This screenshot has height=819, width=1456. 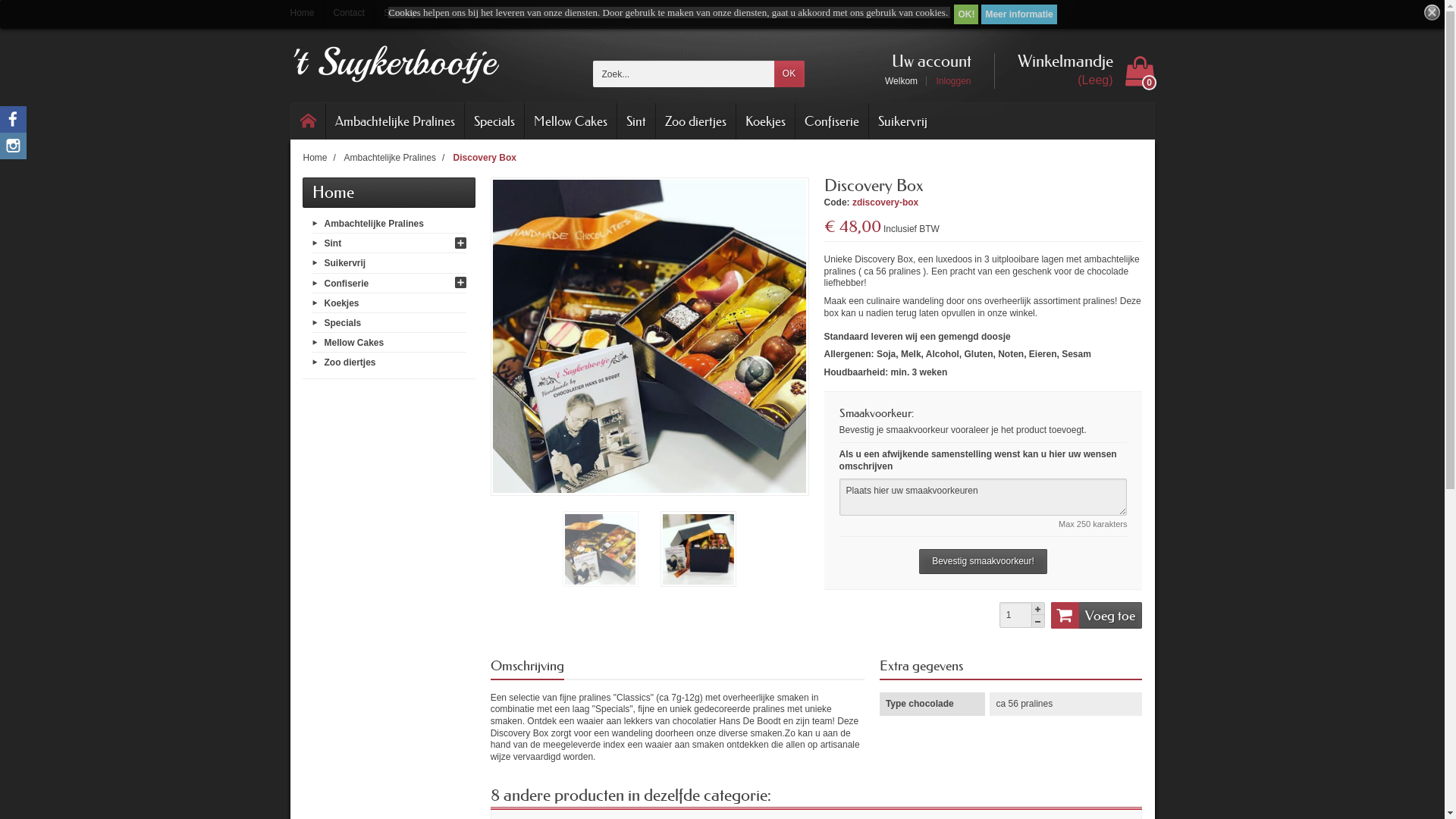 What do you see at coordinates (527, 666) in the screenshot?
I see `'Omschrijving'` at bounding box center [527, 666].